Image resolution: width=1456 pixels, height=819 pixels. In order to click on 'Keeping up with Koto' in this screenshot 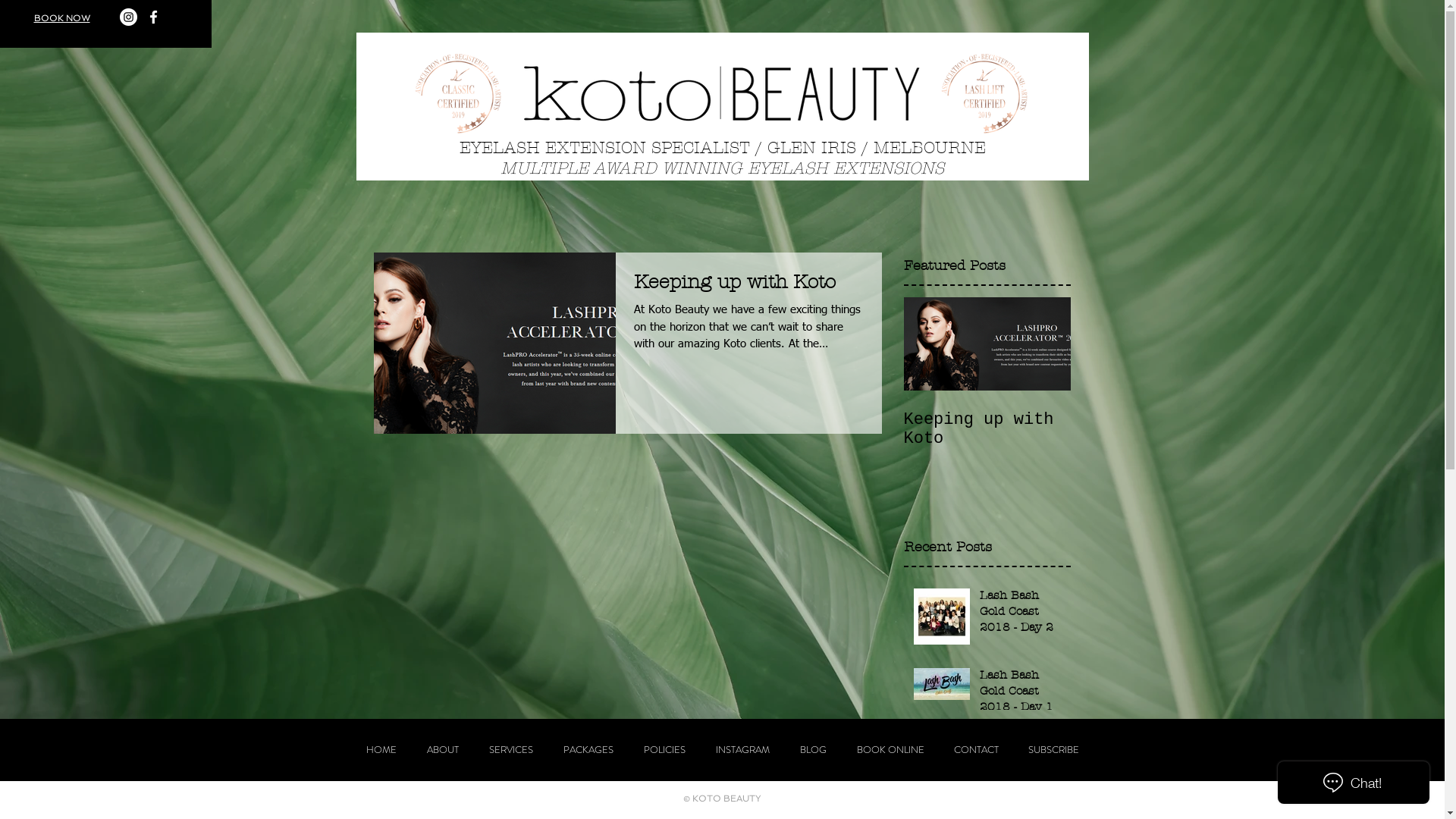, I will do `click(987, 429)`.